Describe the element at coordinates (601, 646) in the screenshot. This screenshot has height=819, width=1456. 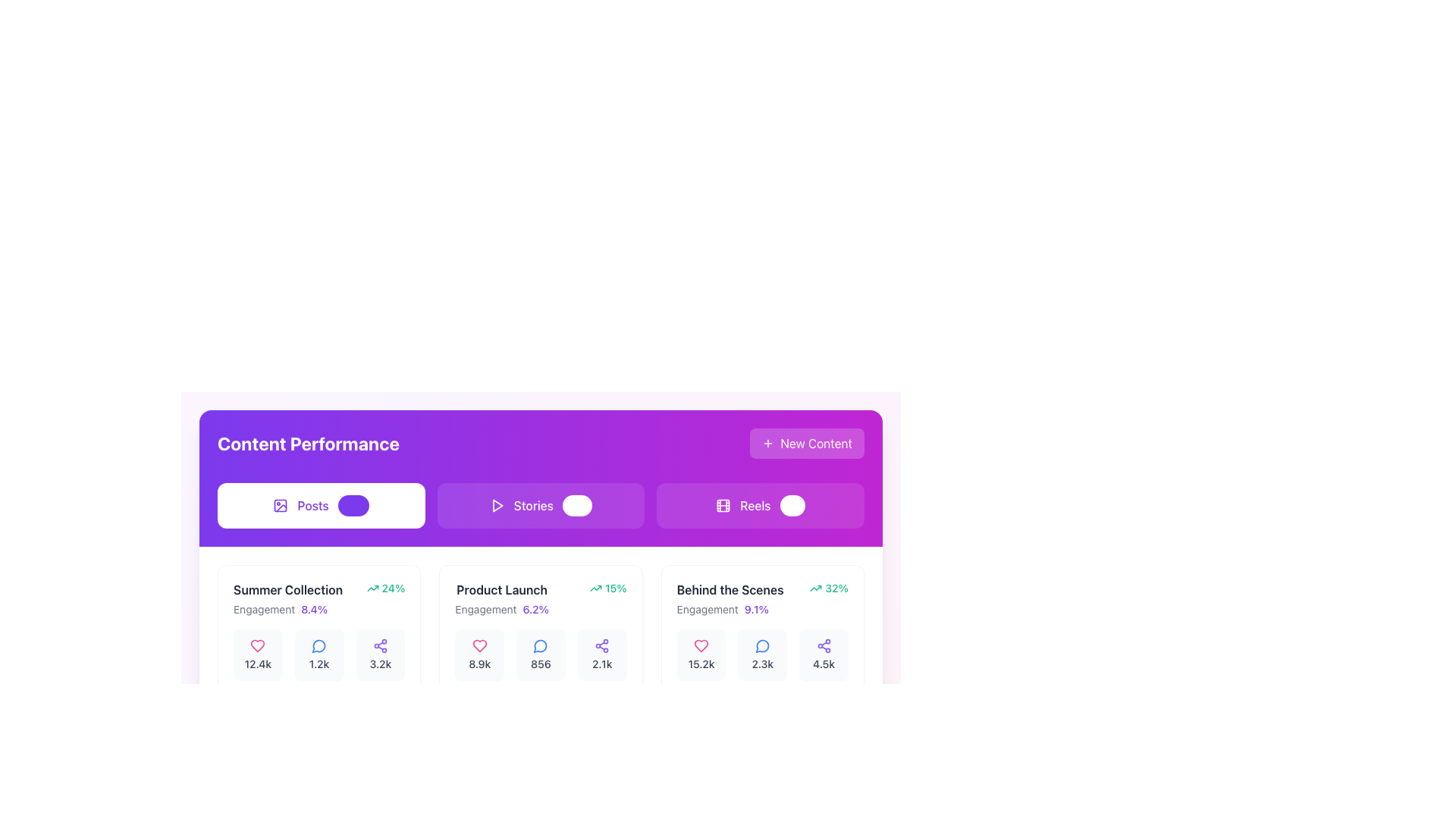
I see `the violet share icon, which is styled as a sharing symbol with three dots connected by two curved lines` at that location.